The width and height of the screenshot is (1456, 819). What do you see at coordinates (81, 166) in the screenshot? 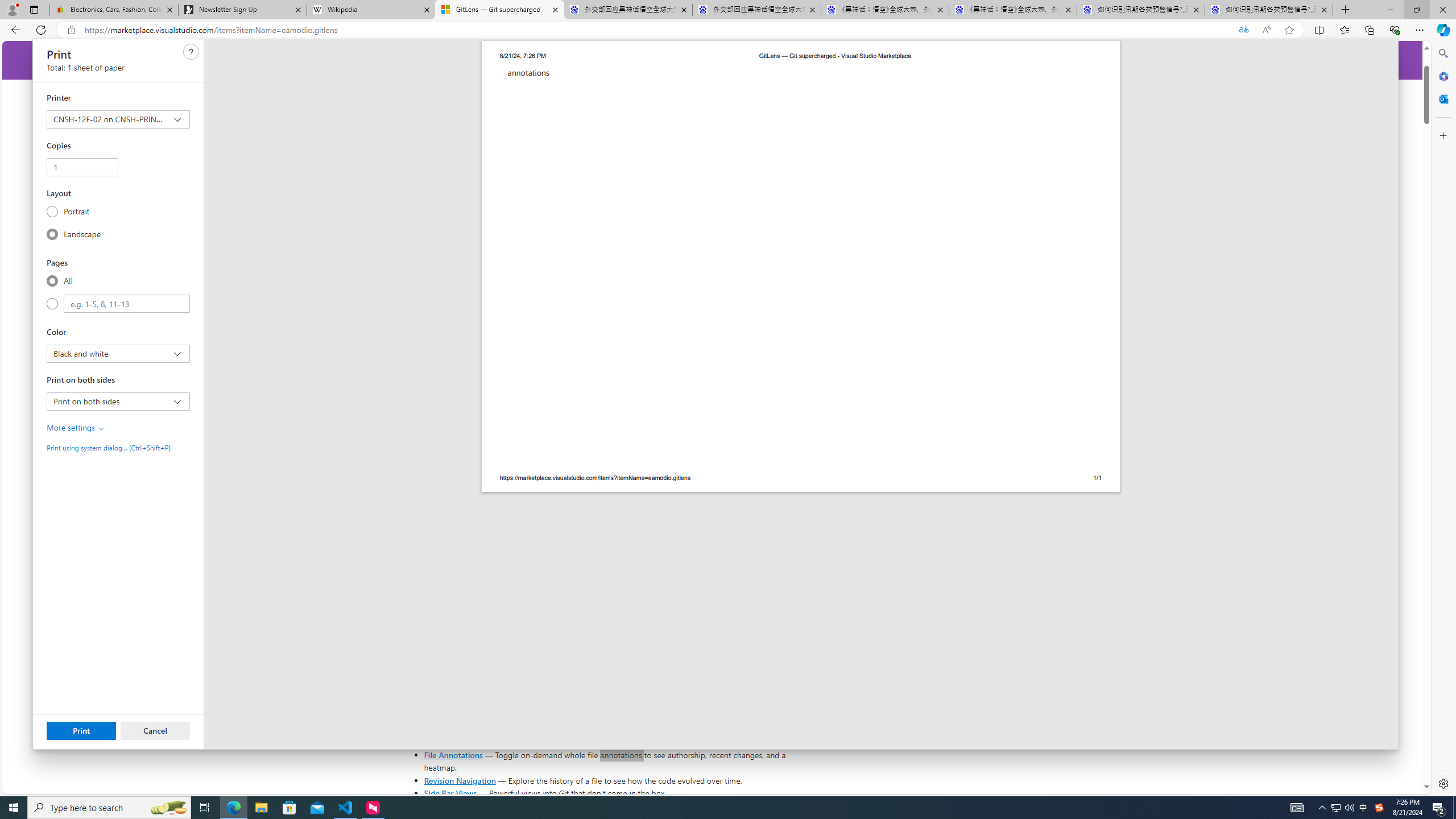
I see `'Copies'` at bounding box center [81, 166].